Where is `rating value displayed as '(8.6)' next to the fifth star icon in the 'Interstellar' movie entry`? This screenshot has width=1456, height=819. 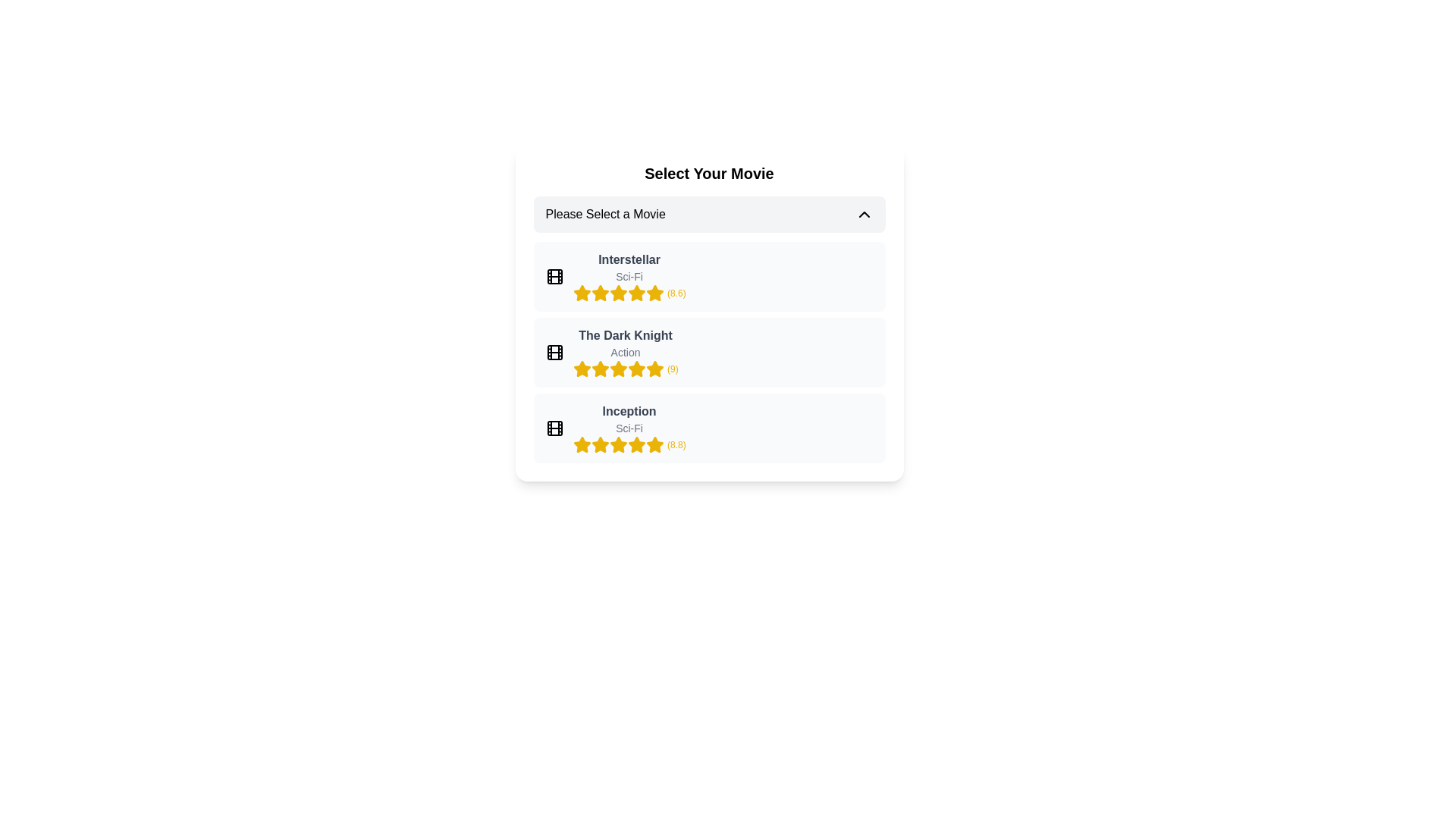
rating value displayed as '(8.6)' next to the fifth star icon in the 'Interstellar' movie entry is located at coordinates (676, 293).